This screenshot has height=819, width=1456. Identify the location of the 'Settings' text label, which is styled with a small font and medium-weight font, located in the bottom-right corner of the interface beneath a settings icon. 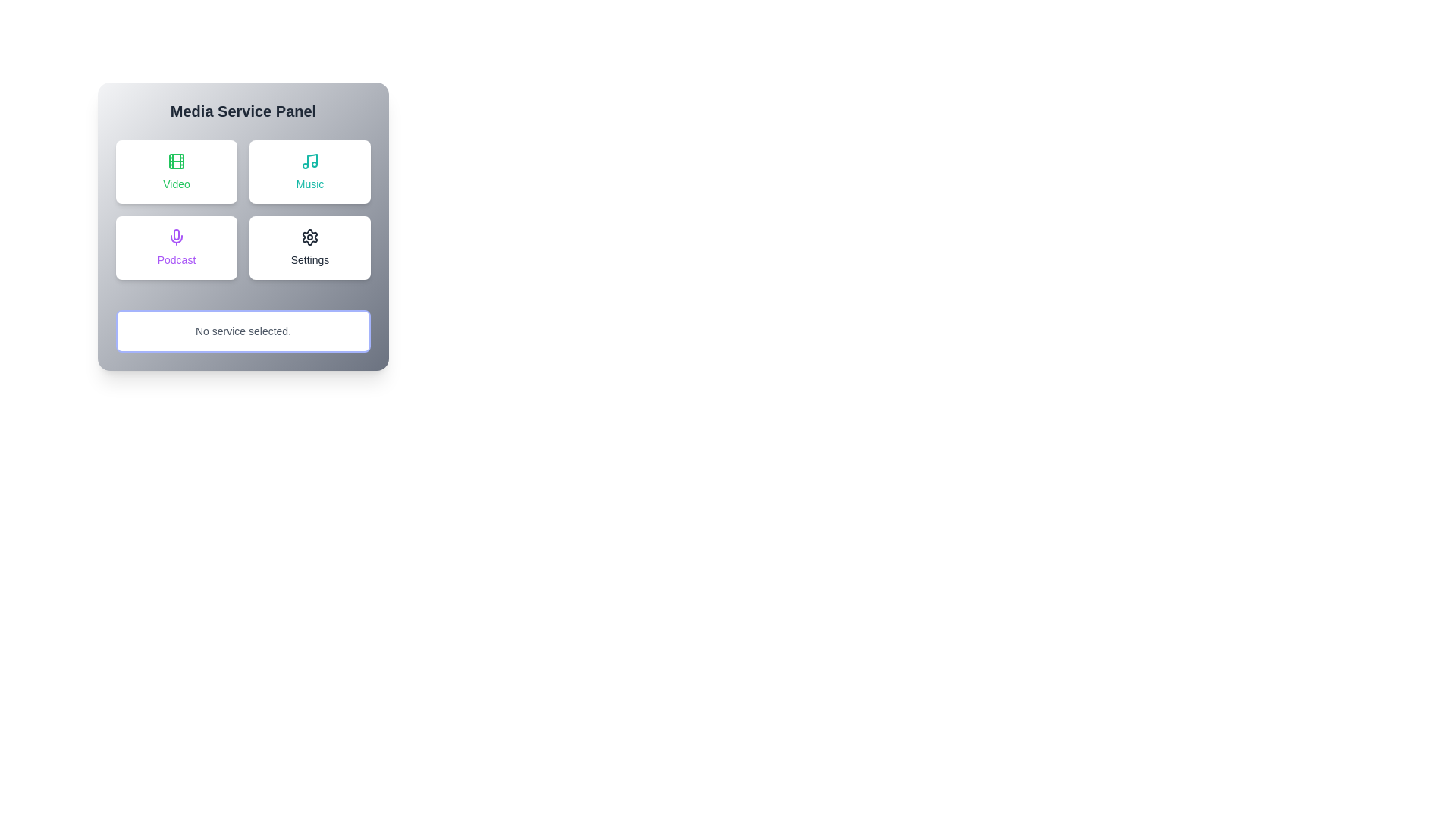
(309, 259).